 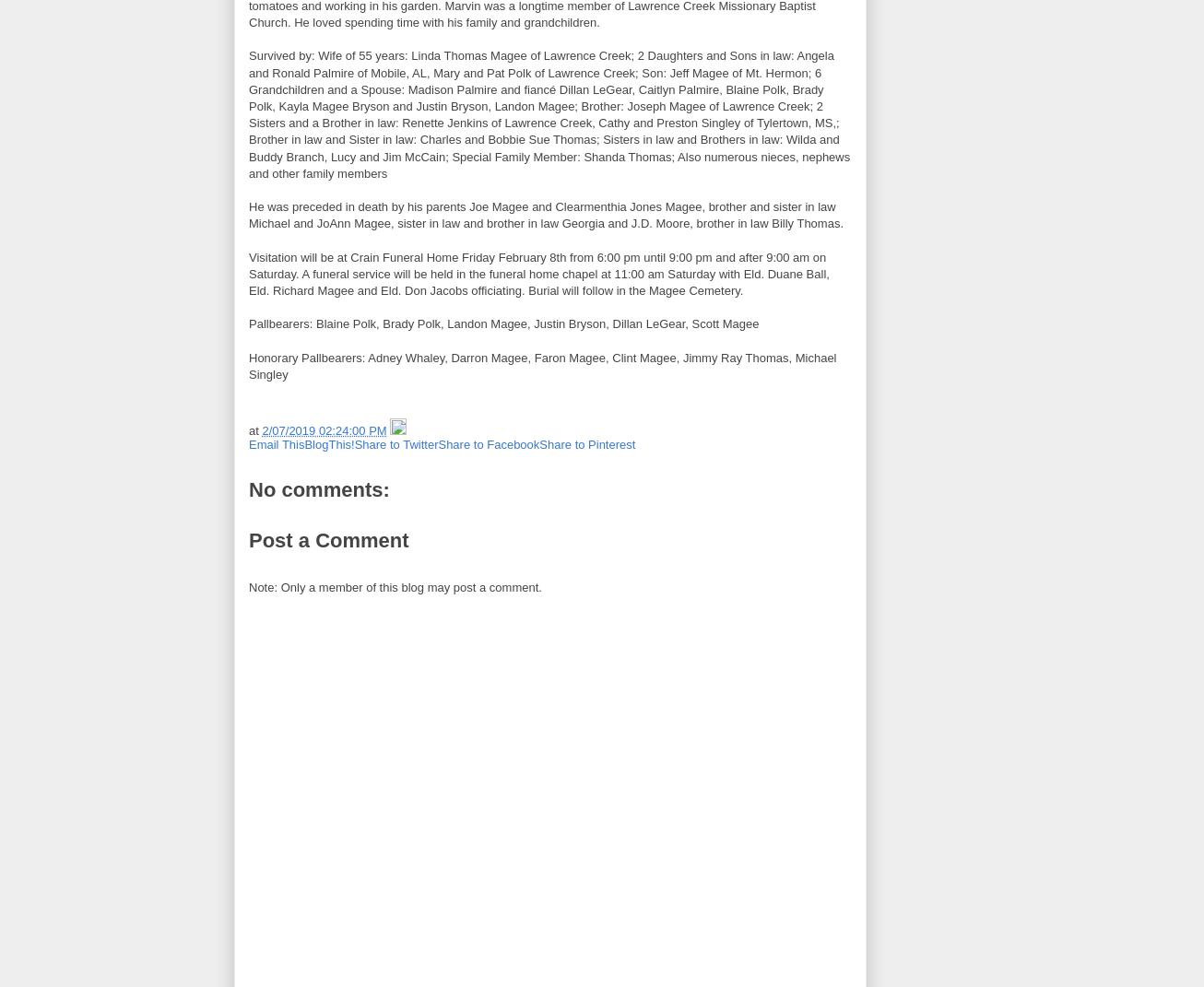 What do you see at coordinates (545, 215) in the screenshot?
I see `'He was preceded in death by his parents Joe Magee and Clearmenthia Jones Magee, brother and sister in law Michael and JoAnn Magee, sister in law and brother in law Georgia and J.D. Moore, brother in law Billy Thomas.'` at bounding box center [545, 215].